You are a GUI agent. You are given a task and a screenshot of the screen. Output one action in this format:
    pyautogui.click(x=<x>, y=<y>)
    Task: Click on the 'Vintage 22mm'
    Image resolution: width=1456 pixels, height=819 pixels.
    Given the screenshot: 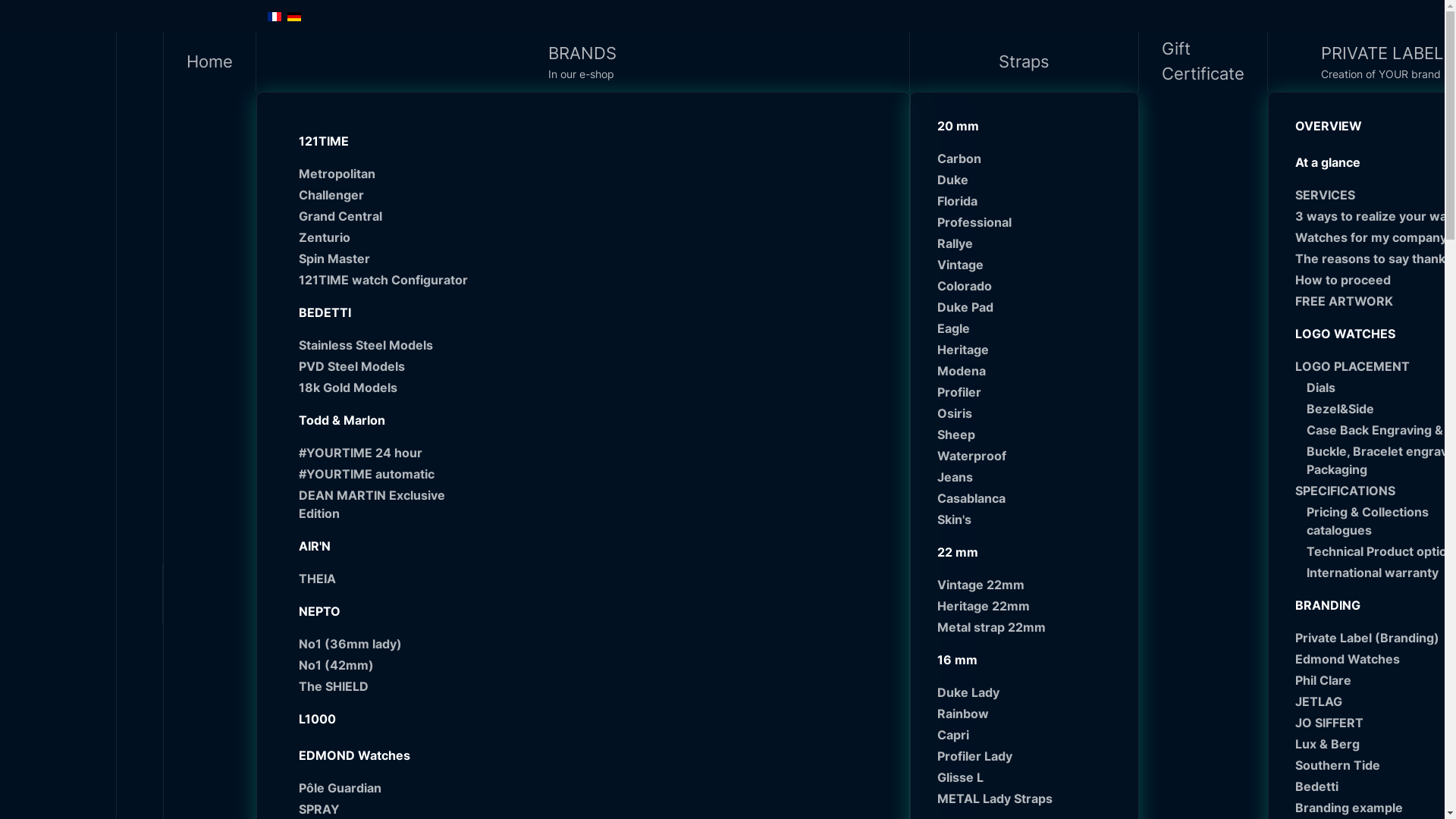 What is the action you would take?
    pyautogui.click(x=937, y=584)
    